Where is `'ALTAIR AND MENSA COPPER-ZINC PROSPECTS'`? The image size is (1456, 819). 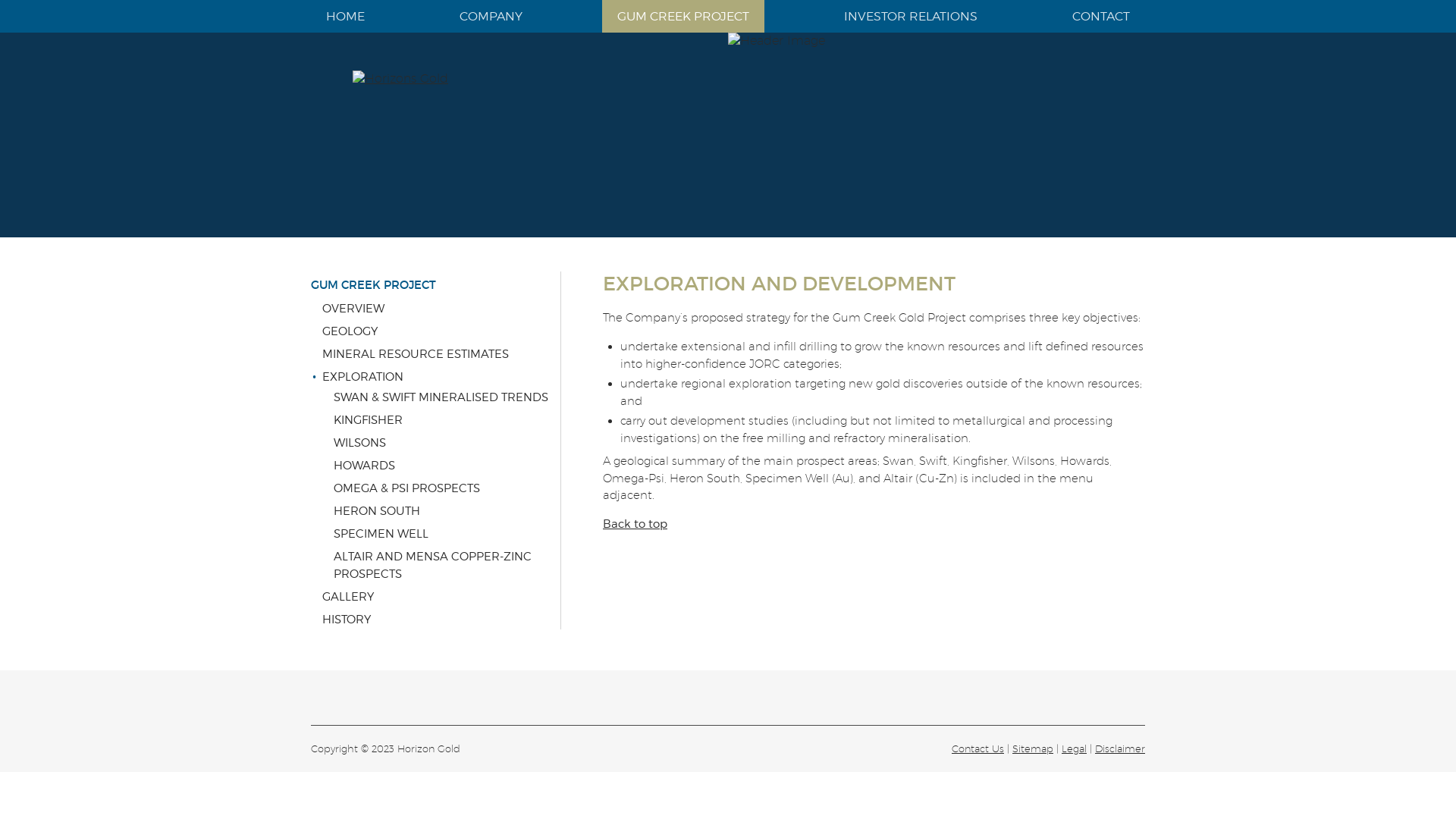 'ALTAIR AND MENSA COPPER-ZINC PROSPECTS' is located at coordinates (446, 564).